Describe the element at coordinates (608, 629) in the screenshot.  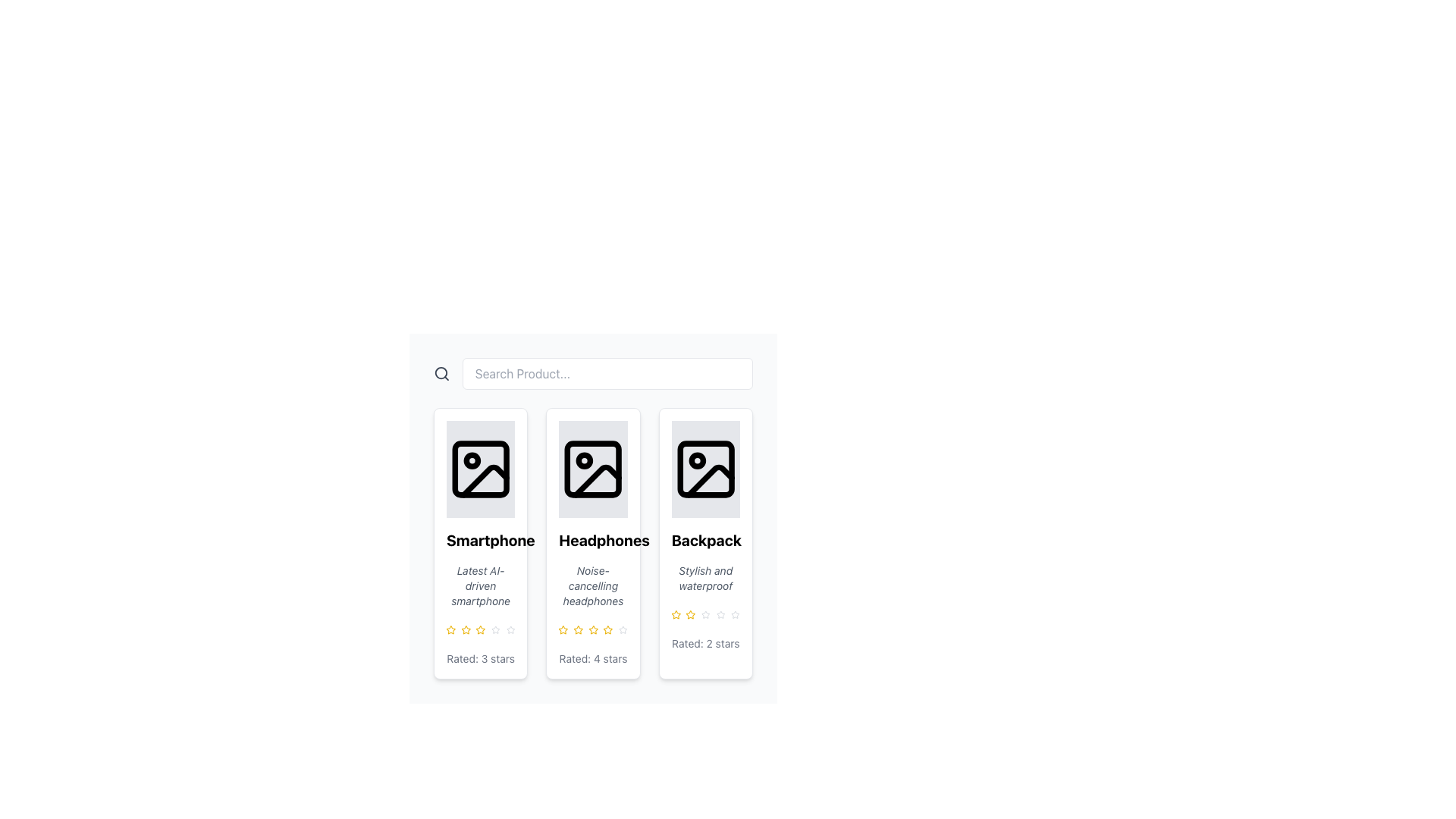
I see `the fourth star icon in the rating stars of the product 'Headphones'` at that location.